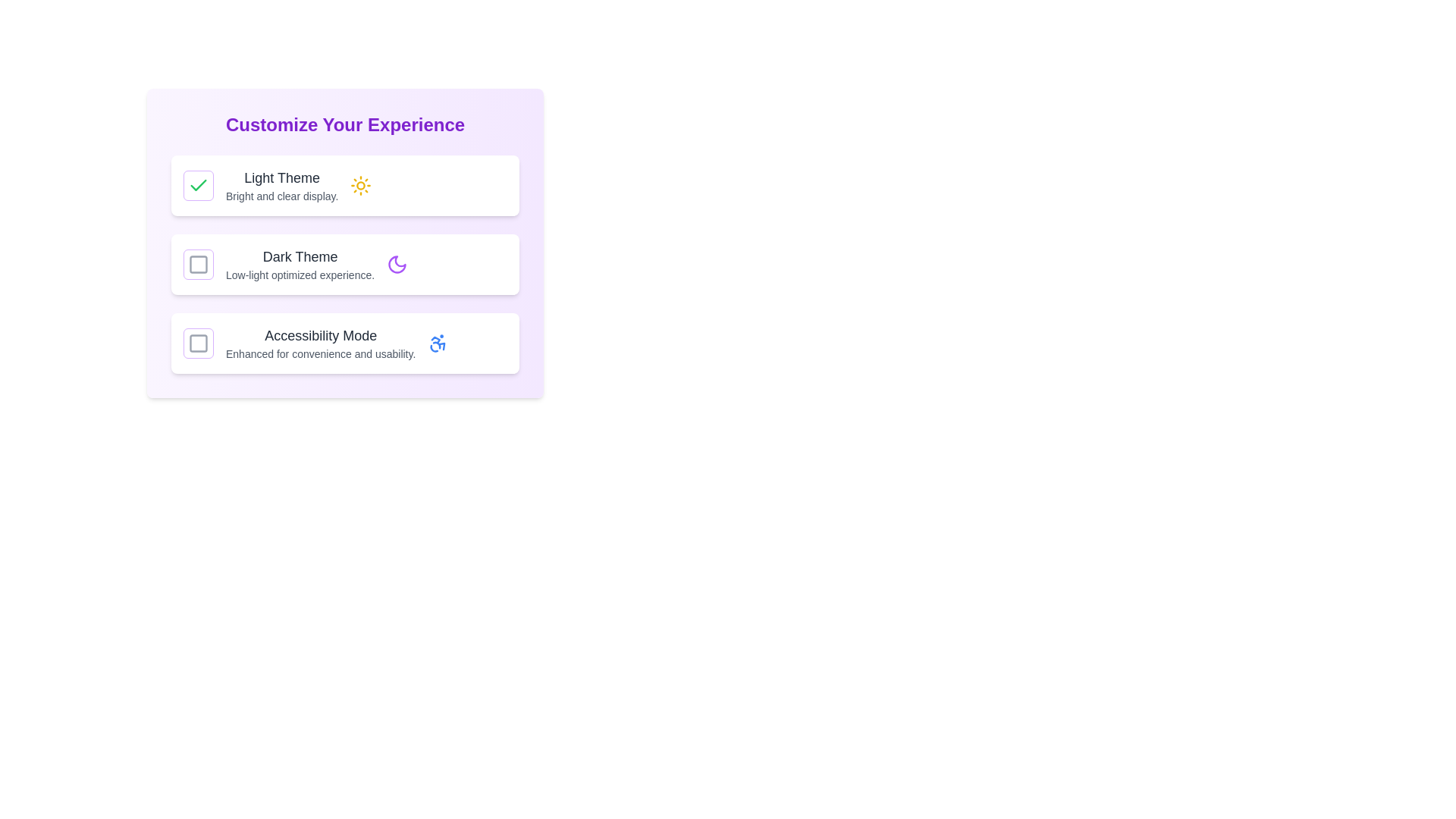 The image size is (1456, 819). What do you see at coordinates (397, 263) in the screenshot?
I see `the decorative 'Dark Theme' icon located in the second option row of the 'Customize Your Experience' section, positioned to the right of the checkbox and text for 'Dark Theme'` at bounding box center [397, 263].